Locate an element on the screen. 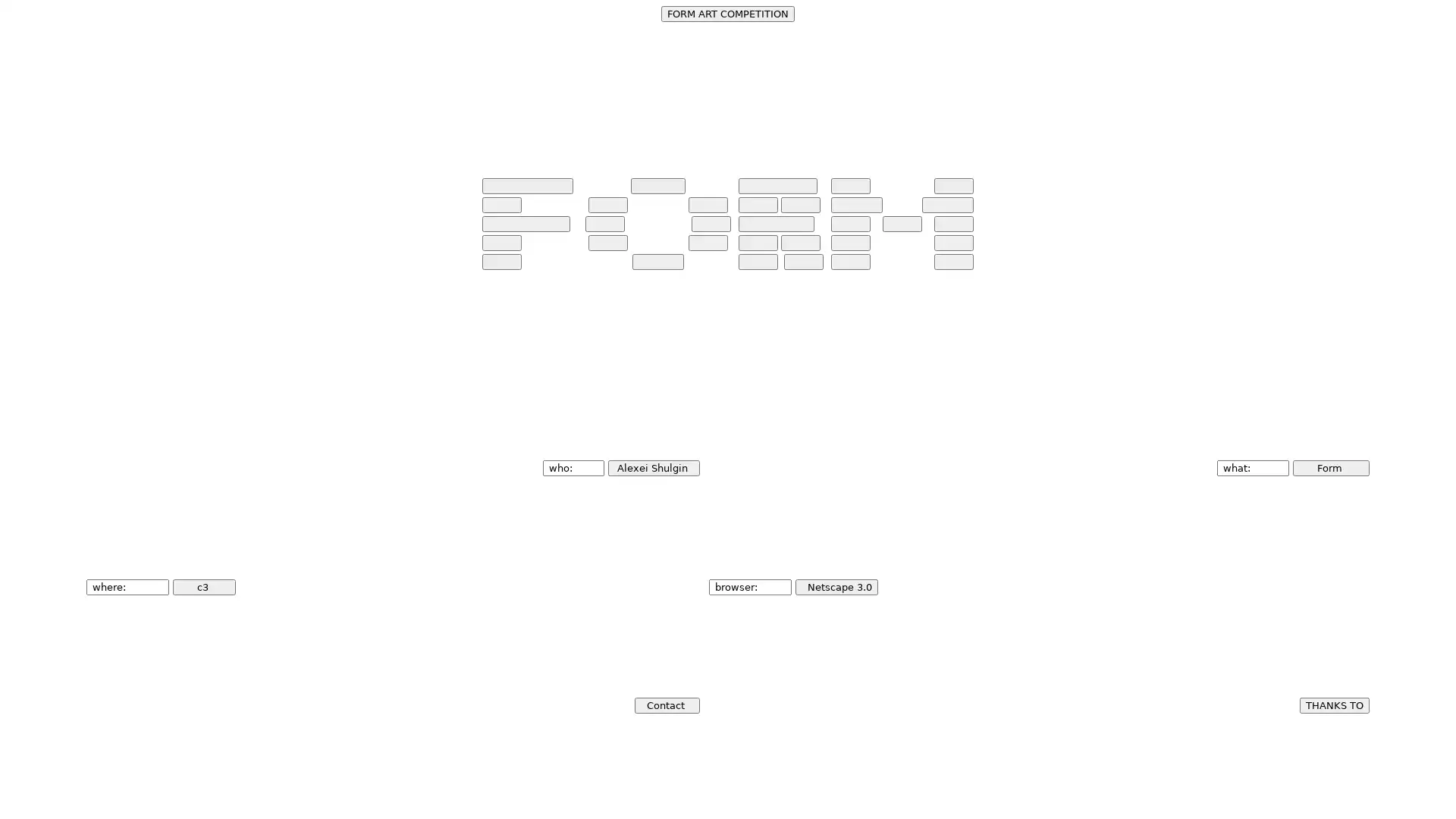 The width and height of the screenshot is (1456, 819). Alexei Shulgin is located at coordinates (653, 467).